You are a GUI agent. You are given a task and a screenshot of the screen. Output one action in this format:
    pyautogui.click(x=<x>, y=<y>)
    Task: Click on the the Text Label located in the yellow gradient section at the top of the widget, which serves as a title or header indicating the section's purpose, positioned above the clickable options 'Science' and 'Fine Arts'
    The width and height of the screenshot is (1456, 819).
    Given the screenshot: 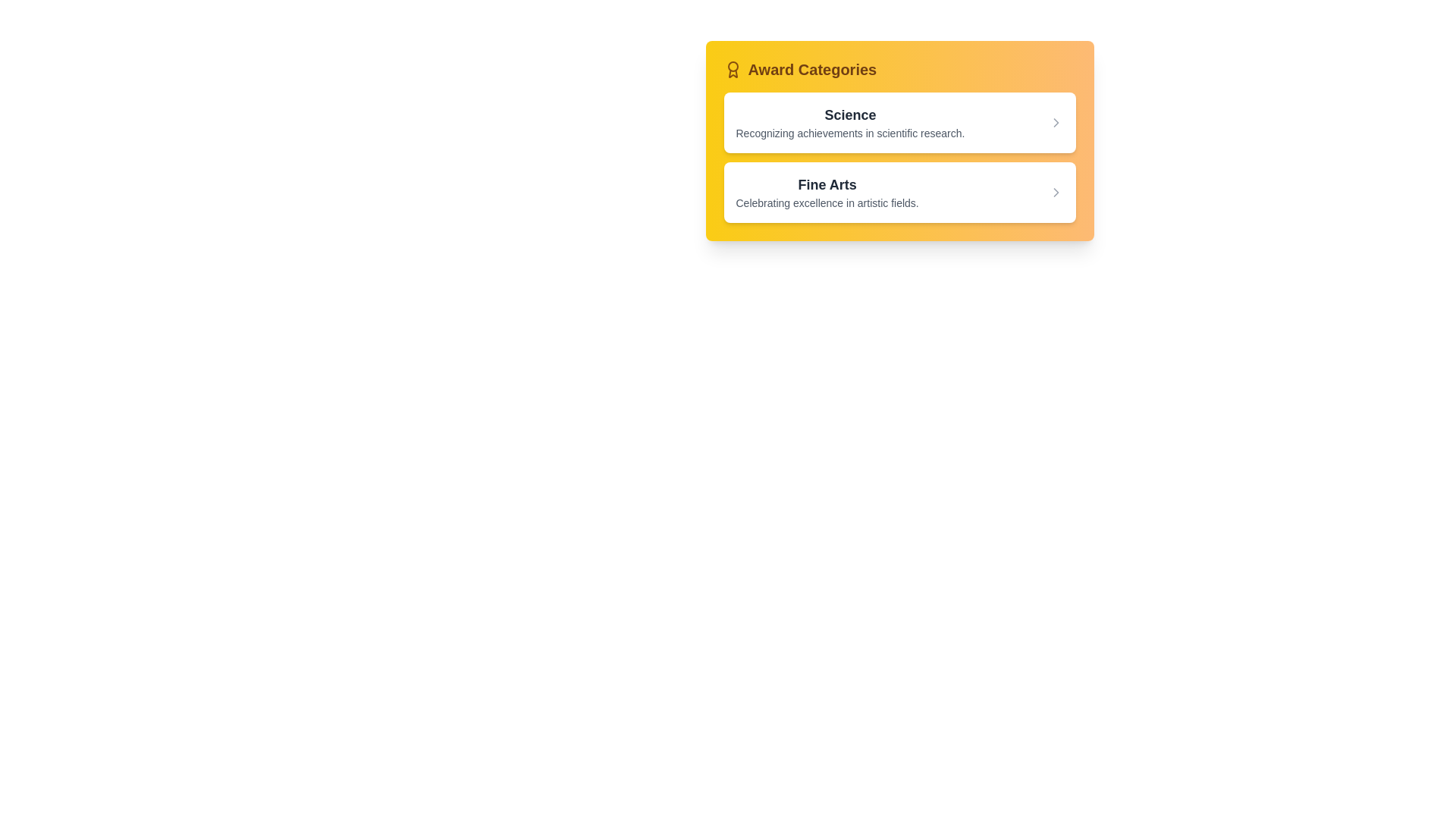 What is the action you would take?
    pyautogui.click(x=811, y=70)
    